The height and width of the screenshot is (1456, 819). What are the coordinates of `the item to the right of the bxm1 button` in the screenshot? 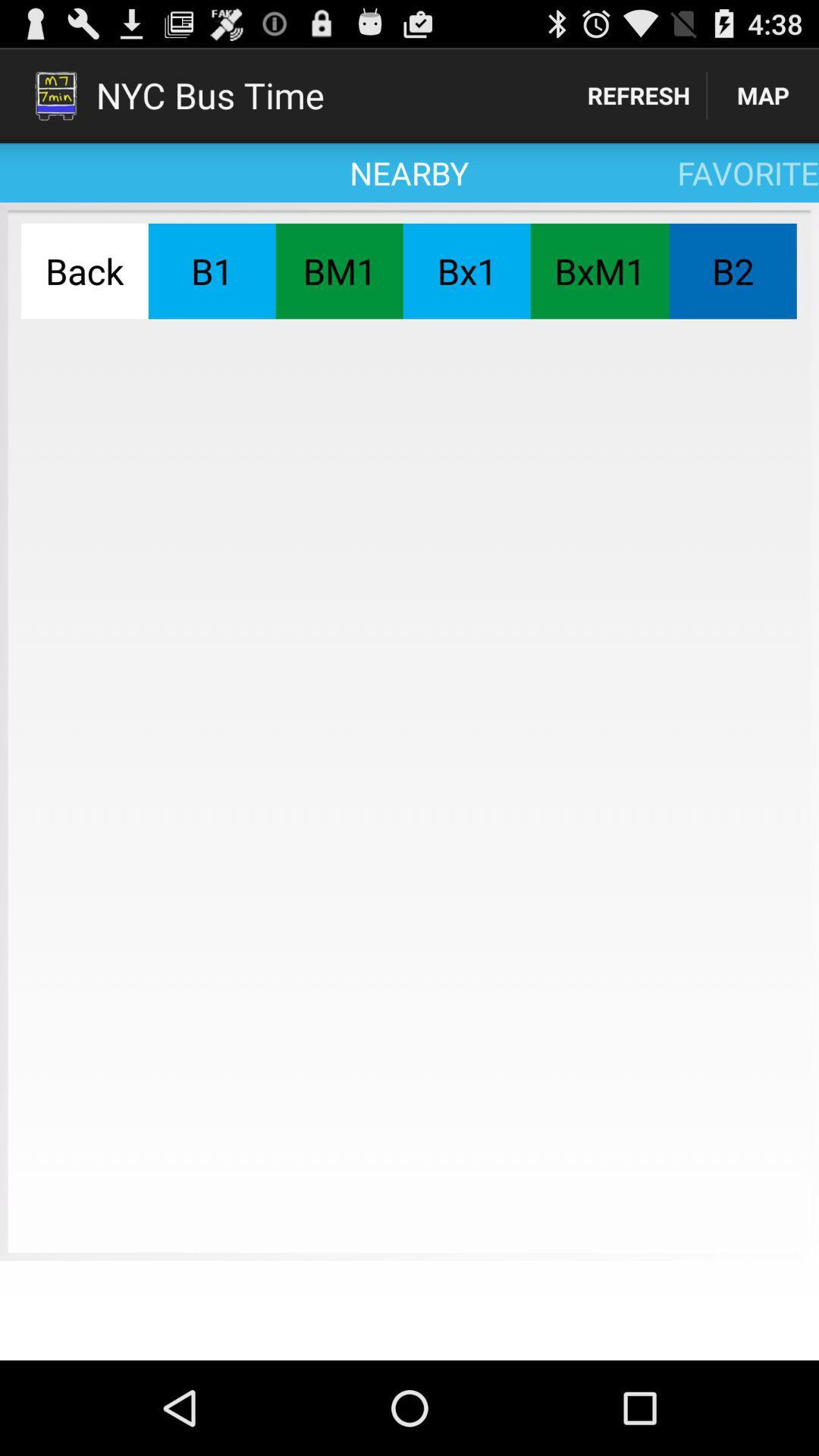 It's located at (732, 271).